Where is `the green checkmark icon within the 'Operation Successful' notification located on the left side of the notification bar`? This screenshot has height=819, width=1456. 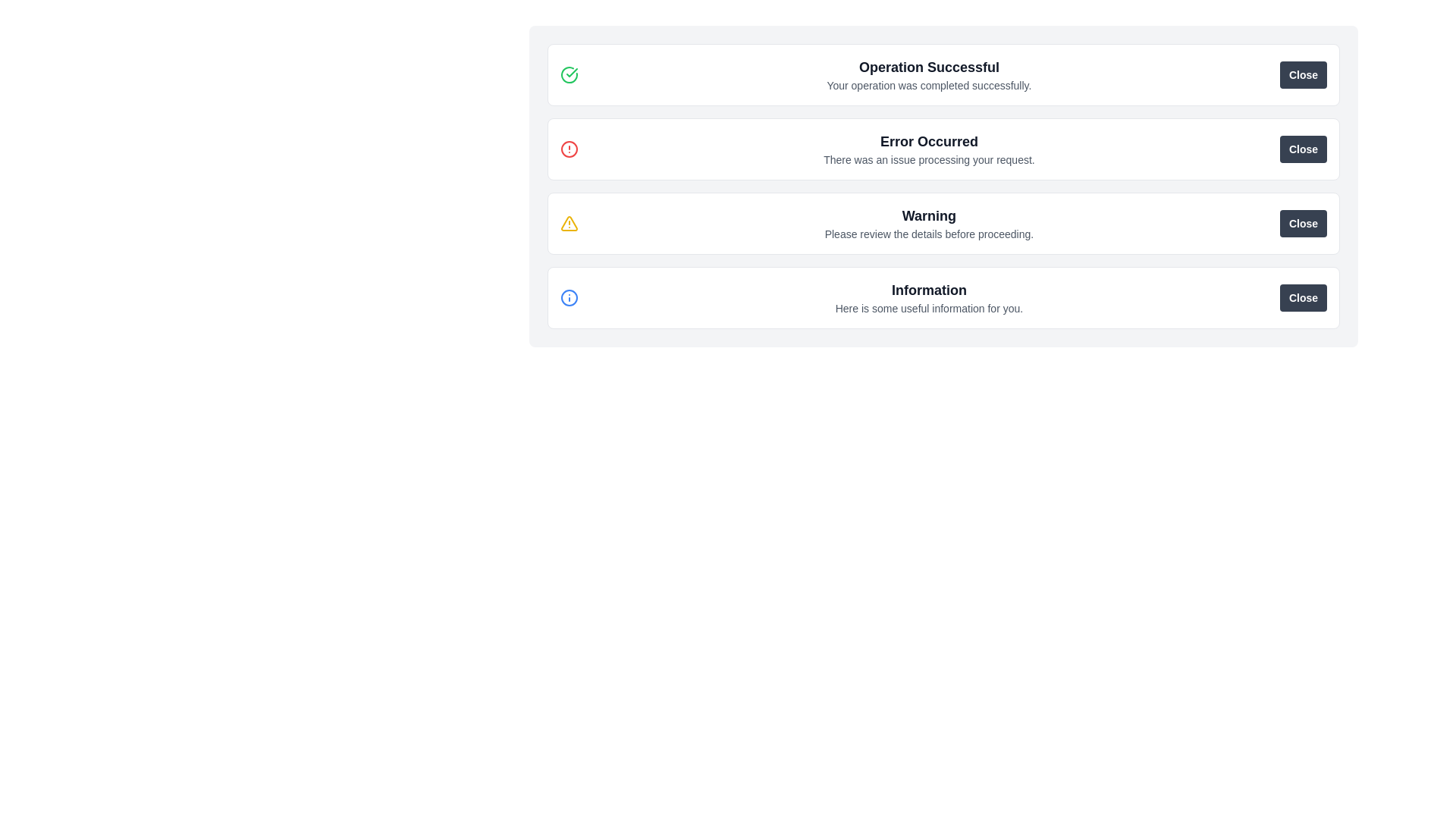 the green checkmark icon within the 'Operation Successful' notification located on the left side of the notification bar is located at coordinates (568, 75).